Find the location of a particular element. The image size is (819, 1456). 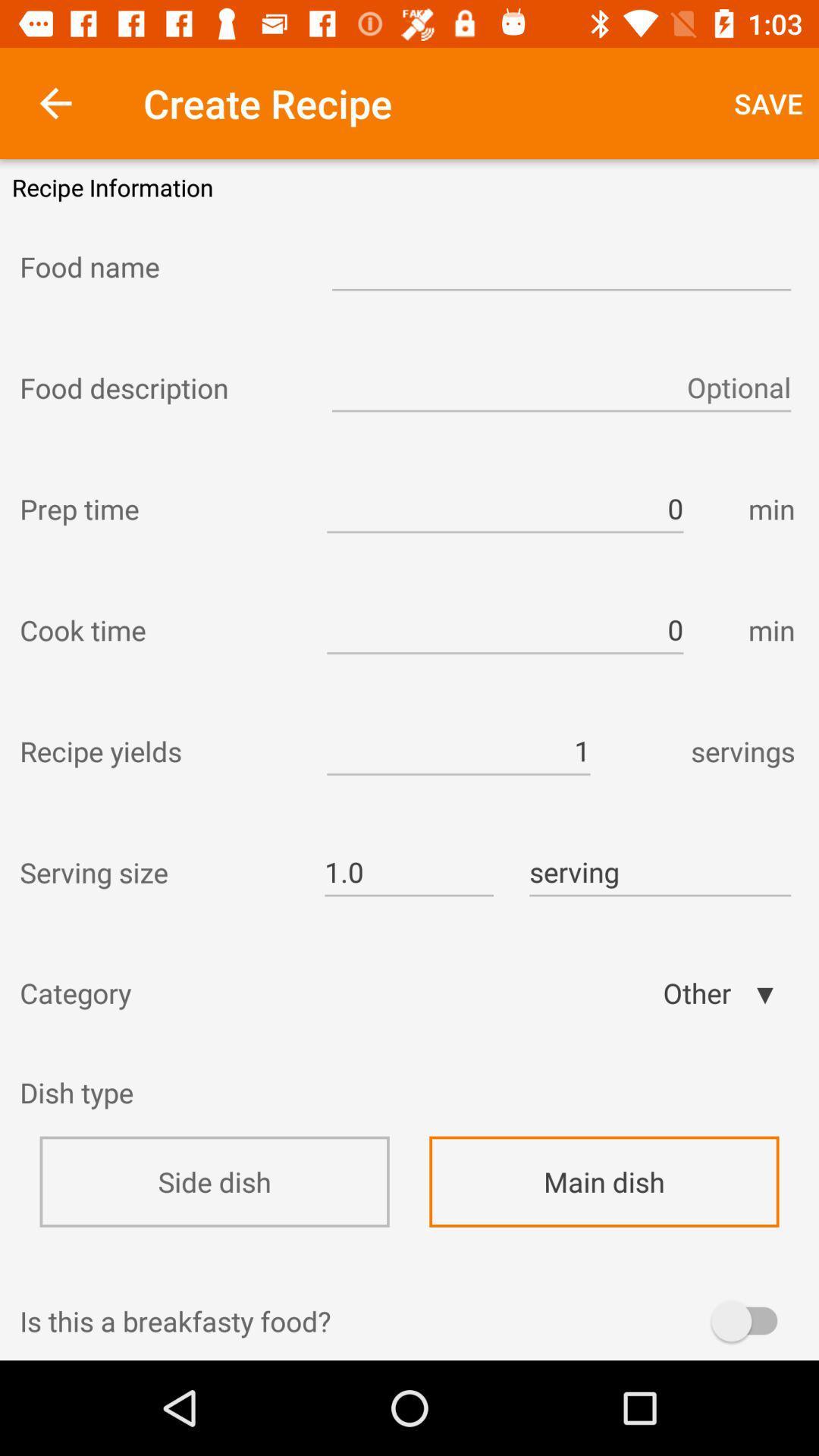

the serving size is located at coordinates (158, 872).